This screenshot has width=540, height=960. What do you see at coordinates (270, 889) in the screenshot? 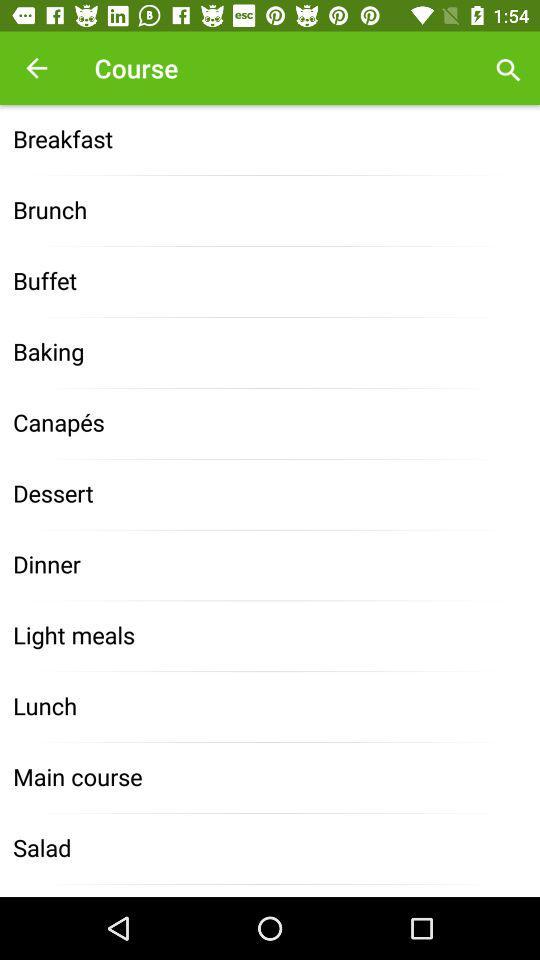
I see `item below the salad item` at bounding box center [270, 889].